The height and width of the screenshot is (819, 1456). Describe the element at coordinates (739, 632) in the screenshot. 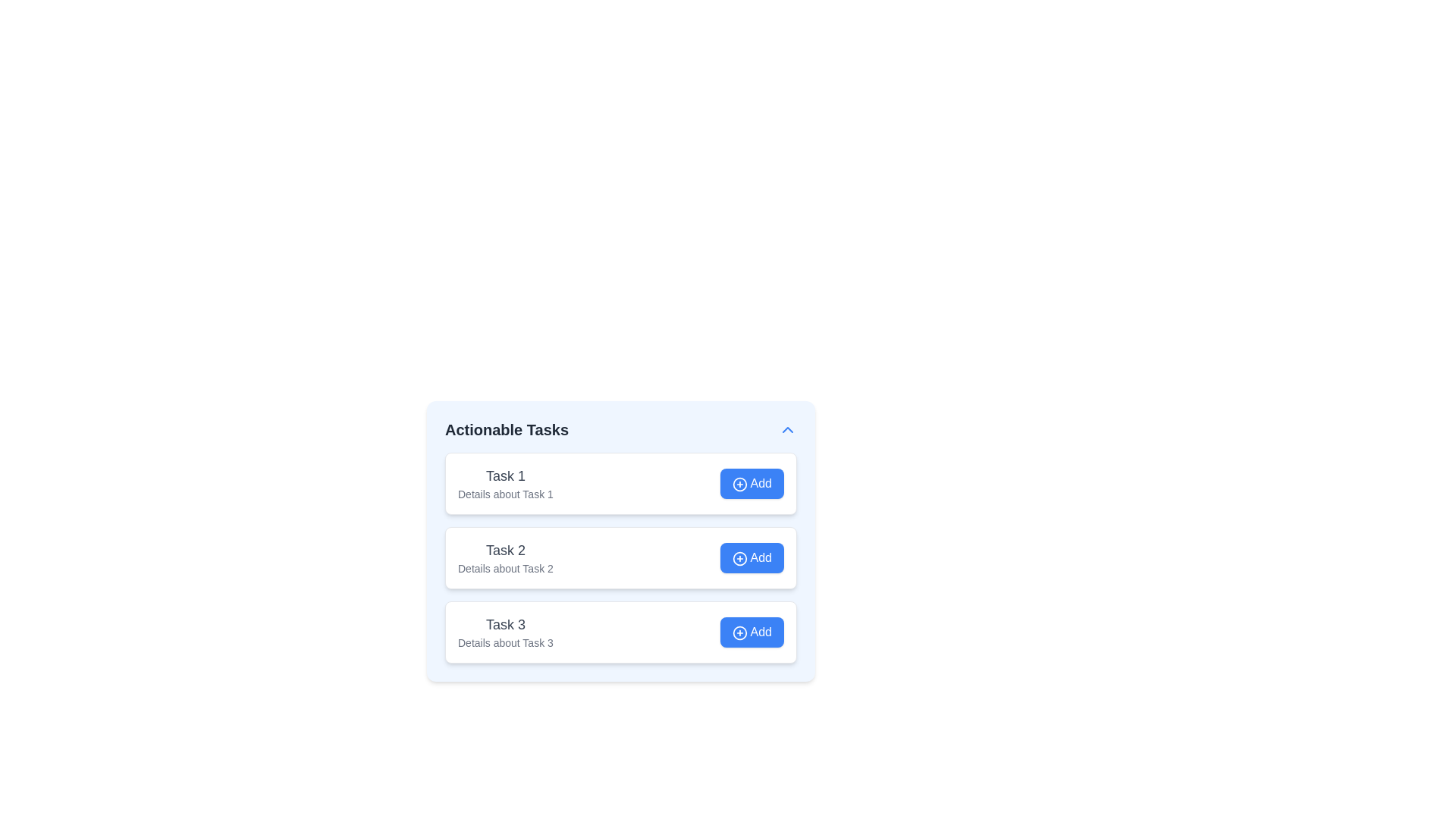

I see `the circular outlined icon with a plus symbol located within the 'Add' button for 'Task 3'` at that location.